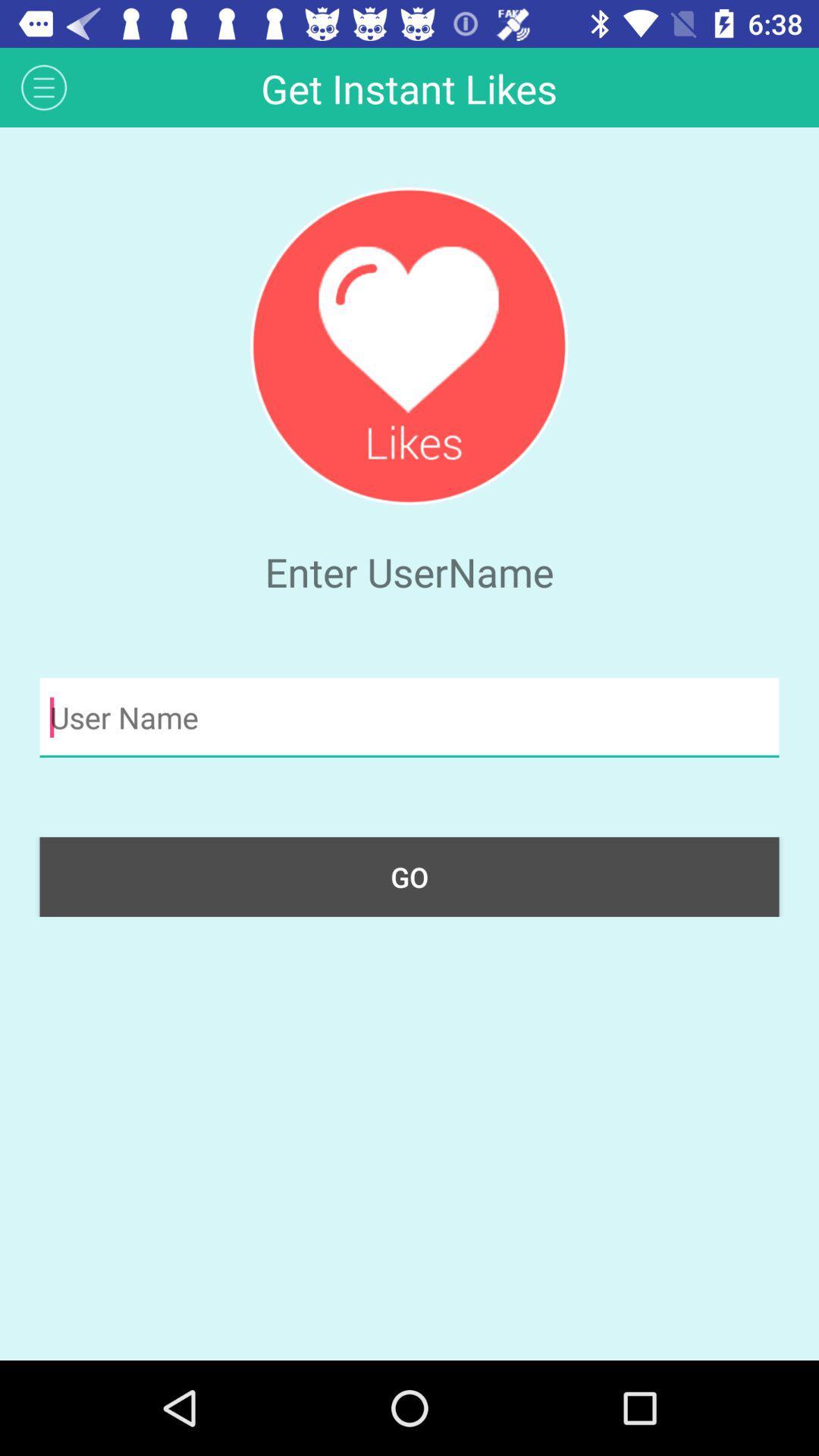  Describe the element at coordinates (43, 86) in the screenshot. I see `the menu icon` at that location.